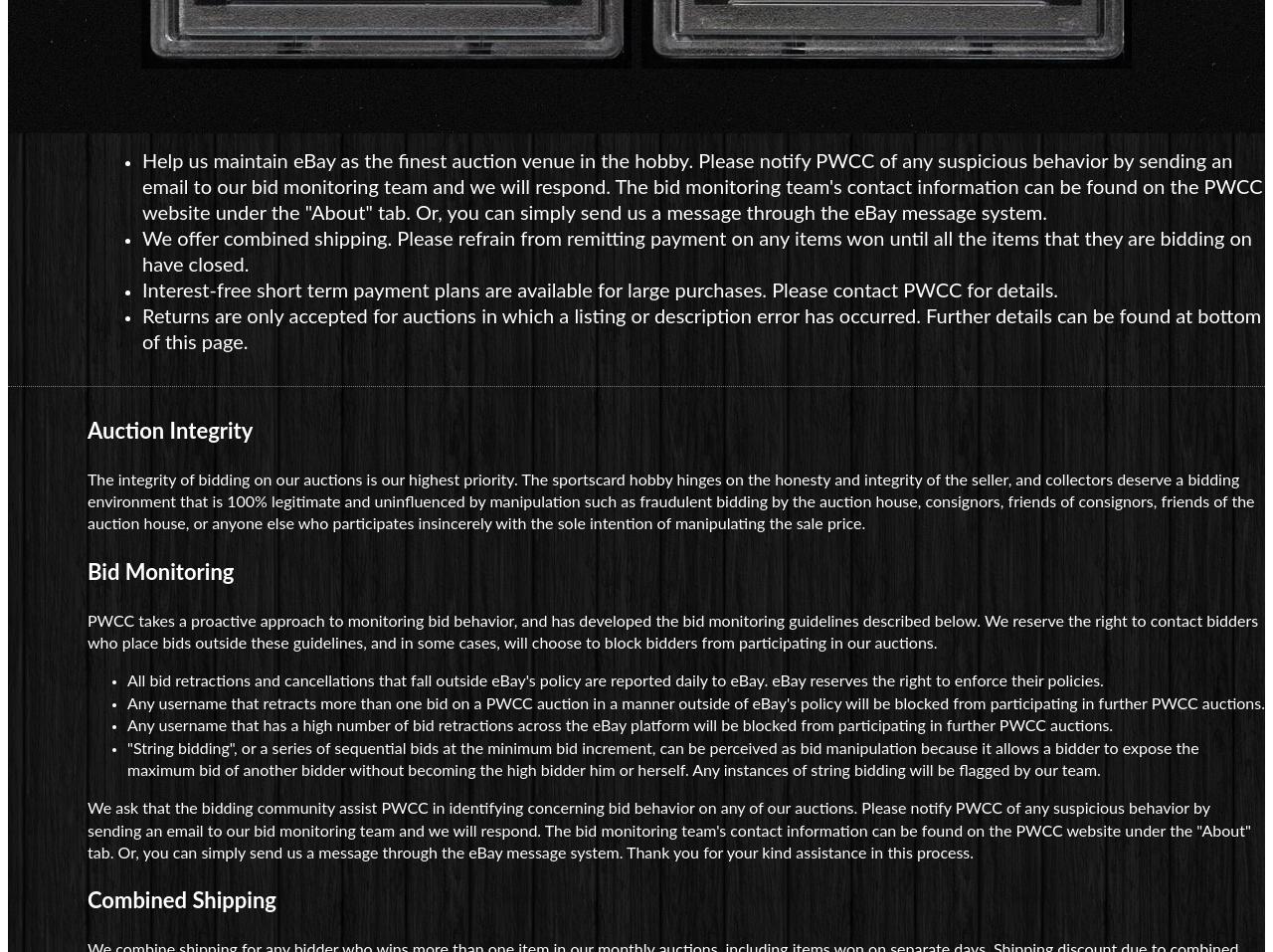 This screenshot has width=1273, height=952. What do you see at coordinates (170, 430) in the screenshot?
I see `'Auction Integrity'` at bounding box center [170, 430].